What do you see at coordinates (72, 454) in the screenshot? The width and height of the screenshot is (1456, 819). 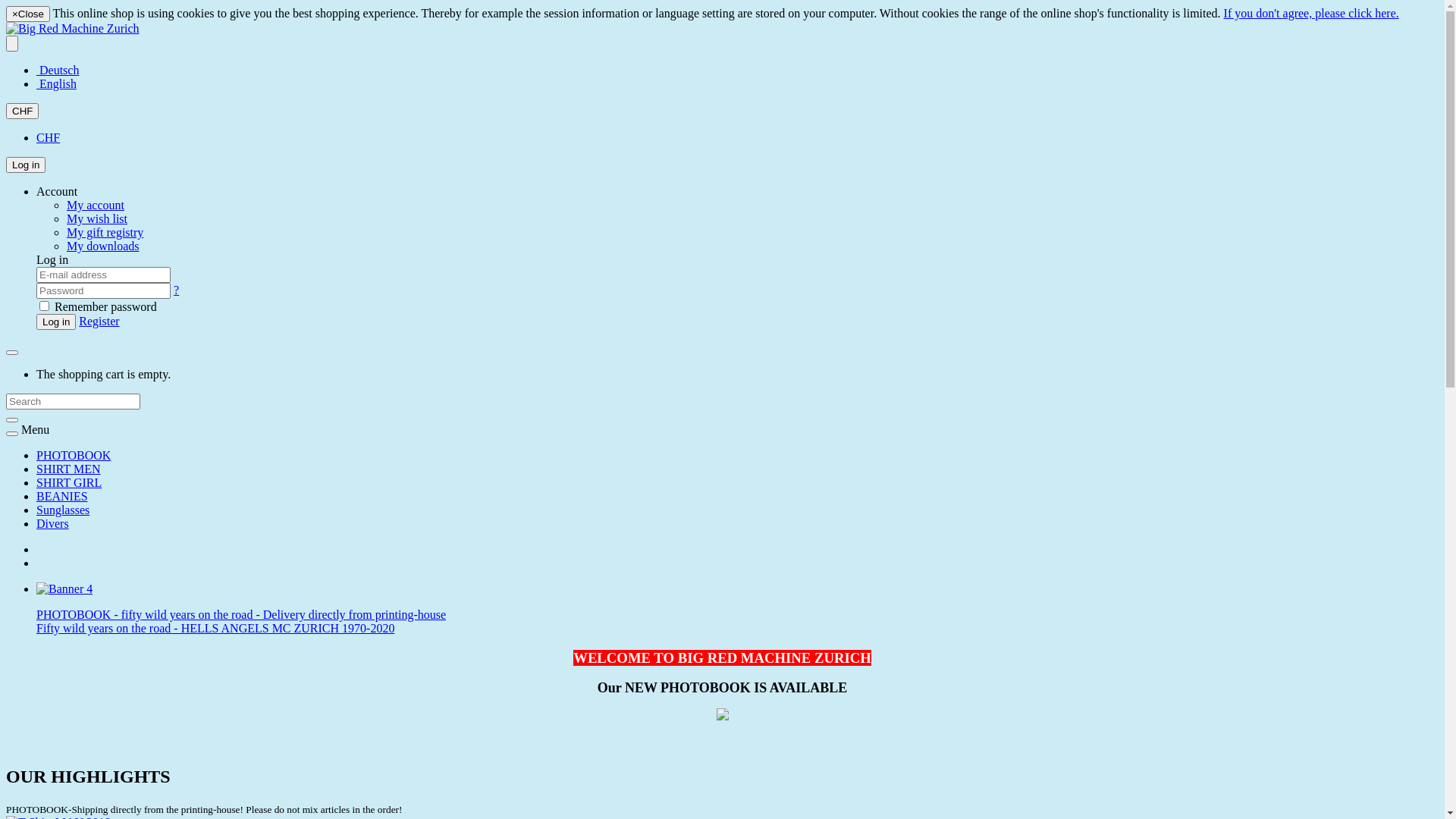 I see `'PHOTOBOOK'` at bounding box center [72, 454].